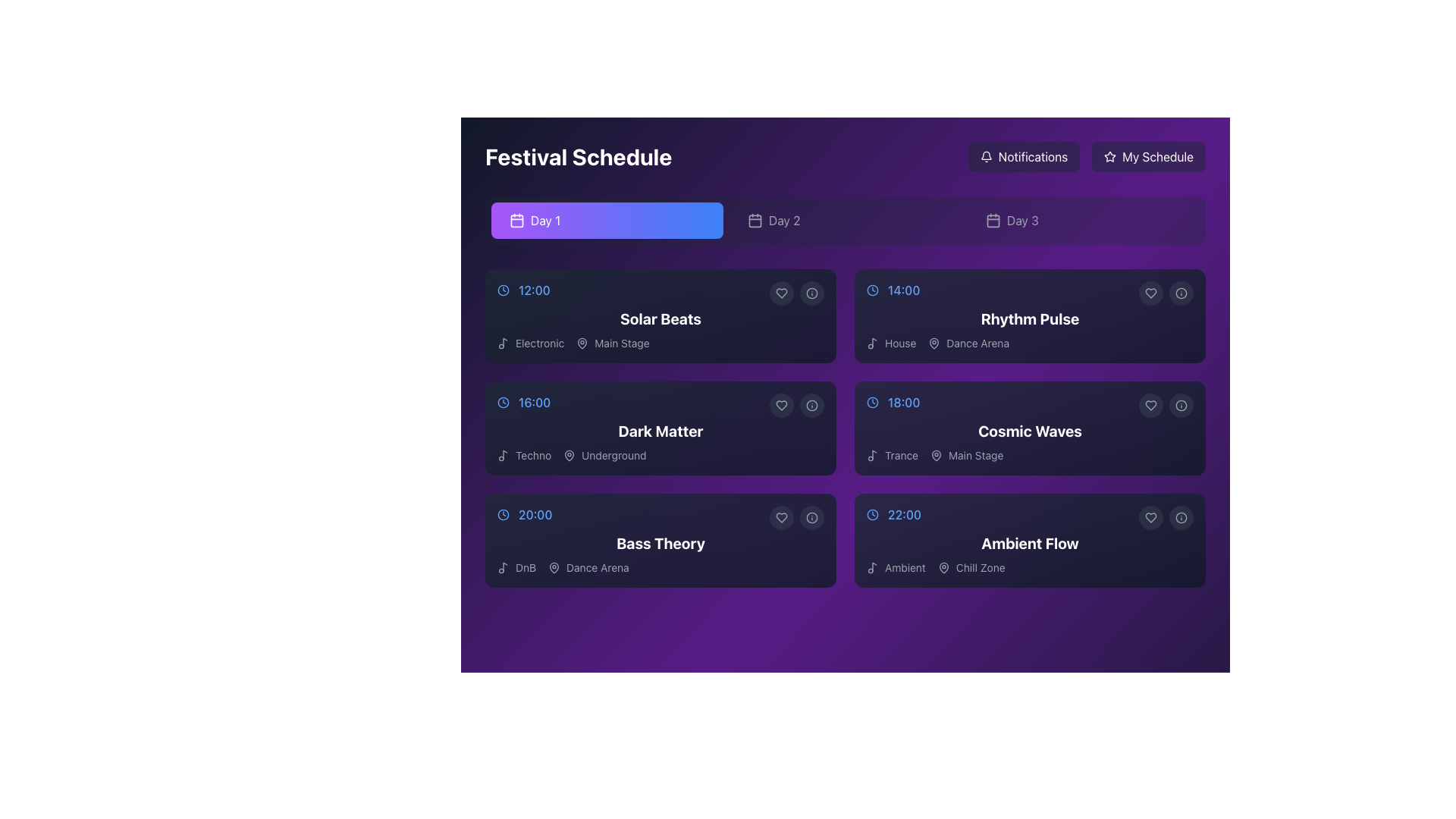 This screenshot has height=819, width=1456. I want to click on the text indicating the scheduled time for the event 'Bass Theory', which is located in the lower left segment of the schedule grid, near a clock icon, so click(535, 513).